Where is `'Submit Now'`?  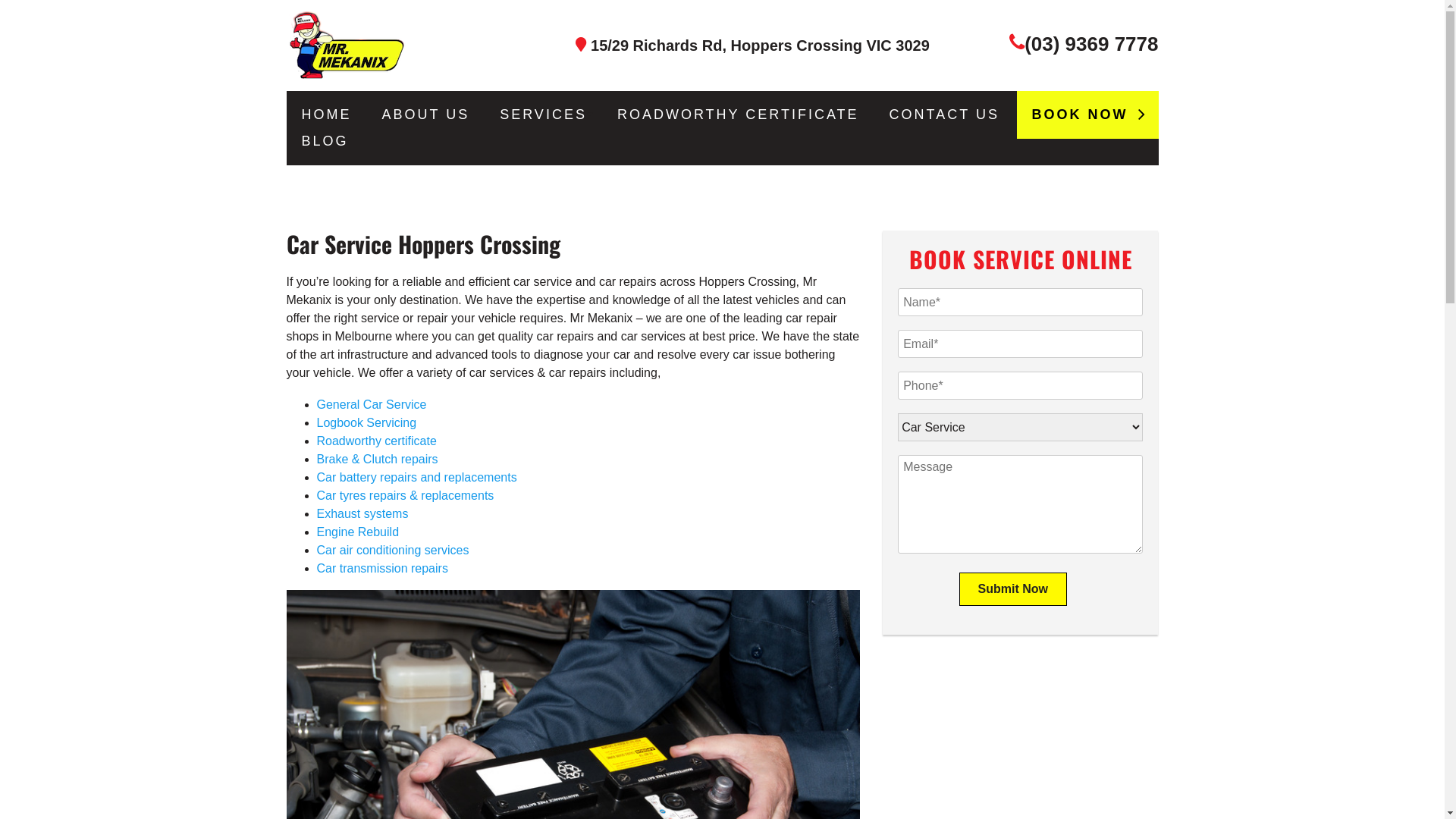
'Submit Now' is located at coordinates (1012, 588).